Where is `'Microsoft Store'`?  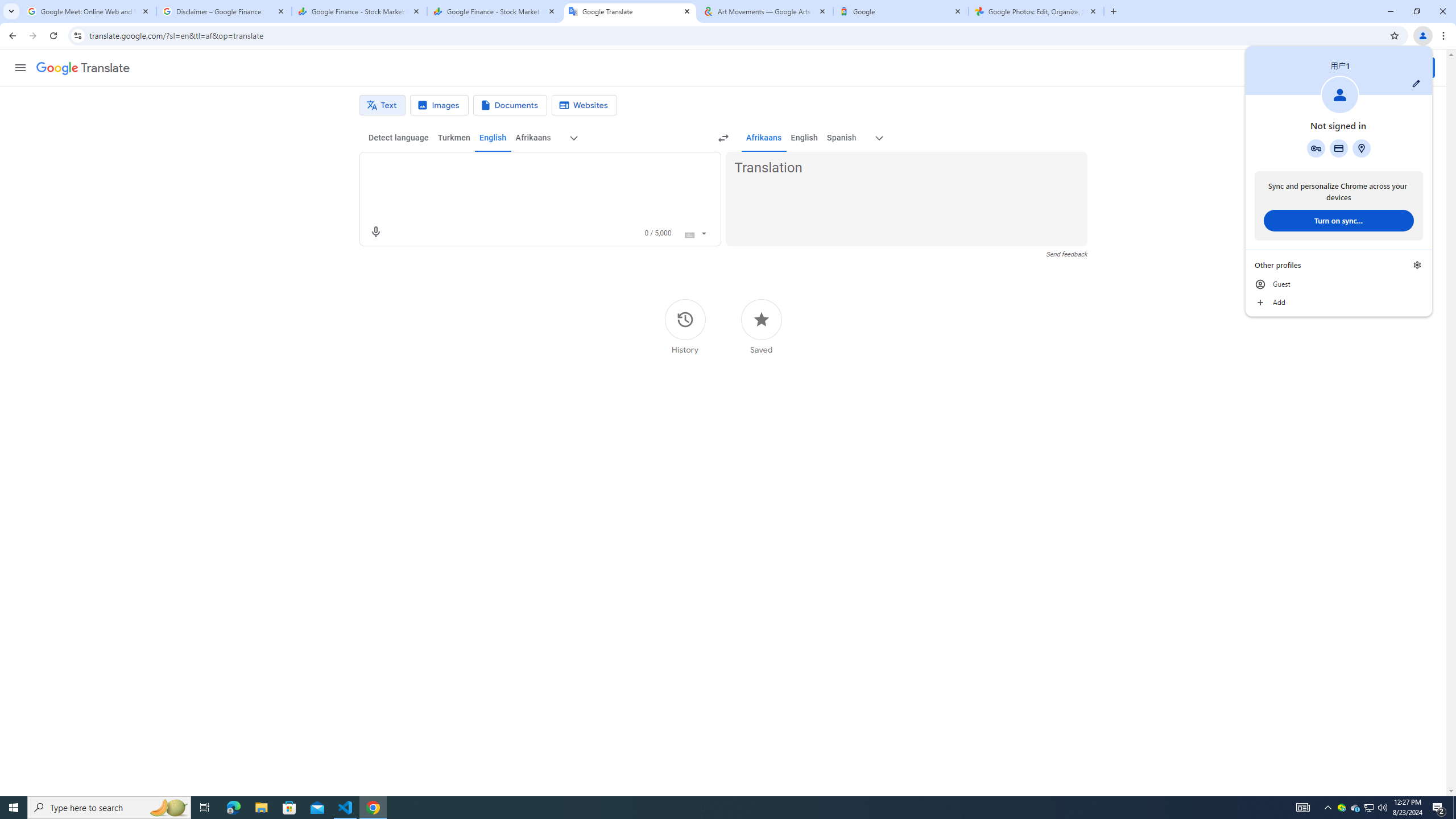
'Microsoft Store' is located at coordinates (289, 806).